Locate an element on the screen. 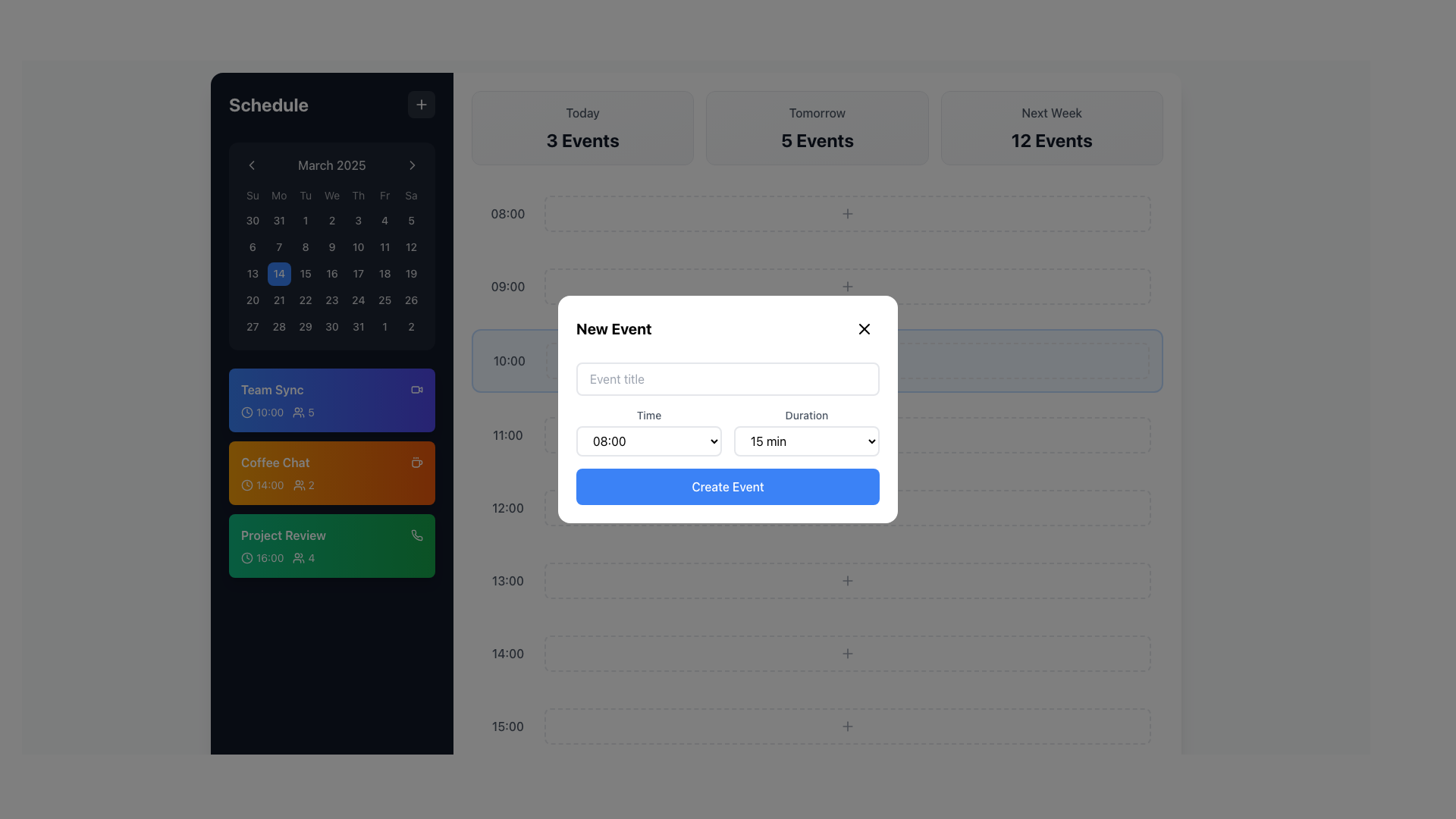 Image resolution: width=1456 pixels, height=819 pixels. the interactive area for adding a new event to the schedule at the 14:00 time slot is located at coordinates (847, 652).